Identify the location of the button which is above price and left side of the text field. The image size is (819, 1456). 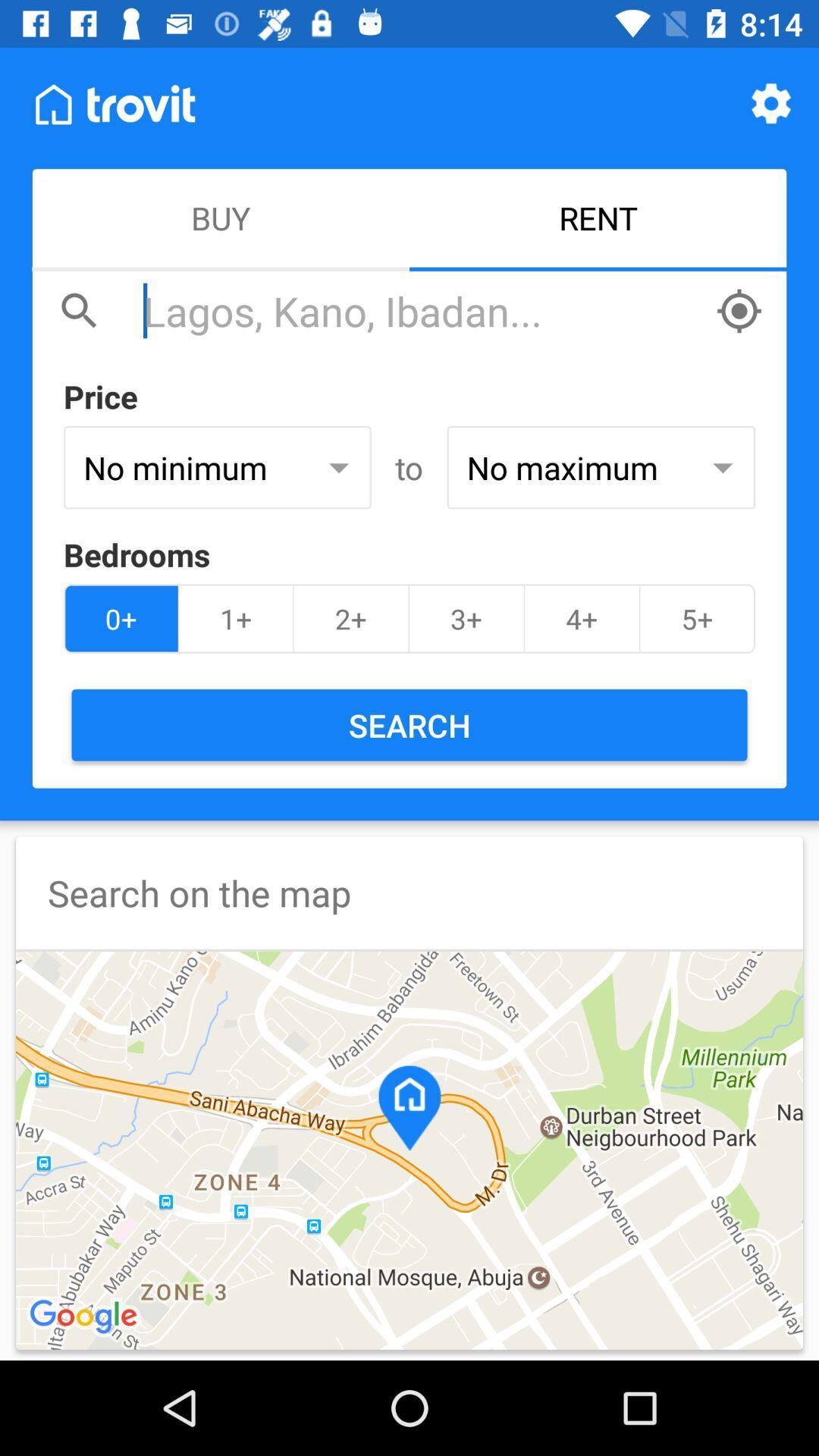
(80, 310).